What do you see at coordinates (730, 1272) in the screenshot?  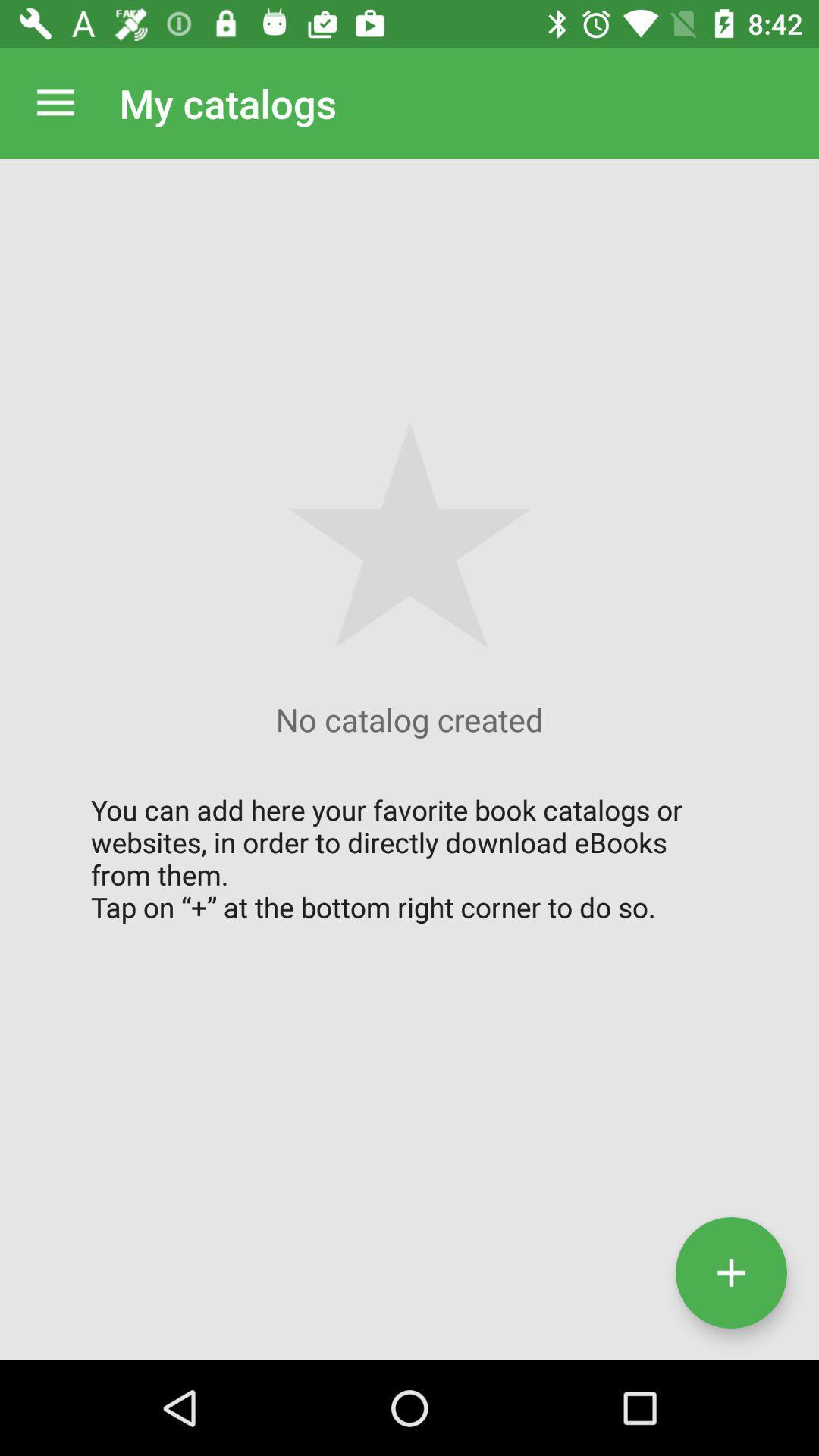 I see `item below the you can add` at bounding box center [730, 1272].